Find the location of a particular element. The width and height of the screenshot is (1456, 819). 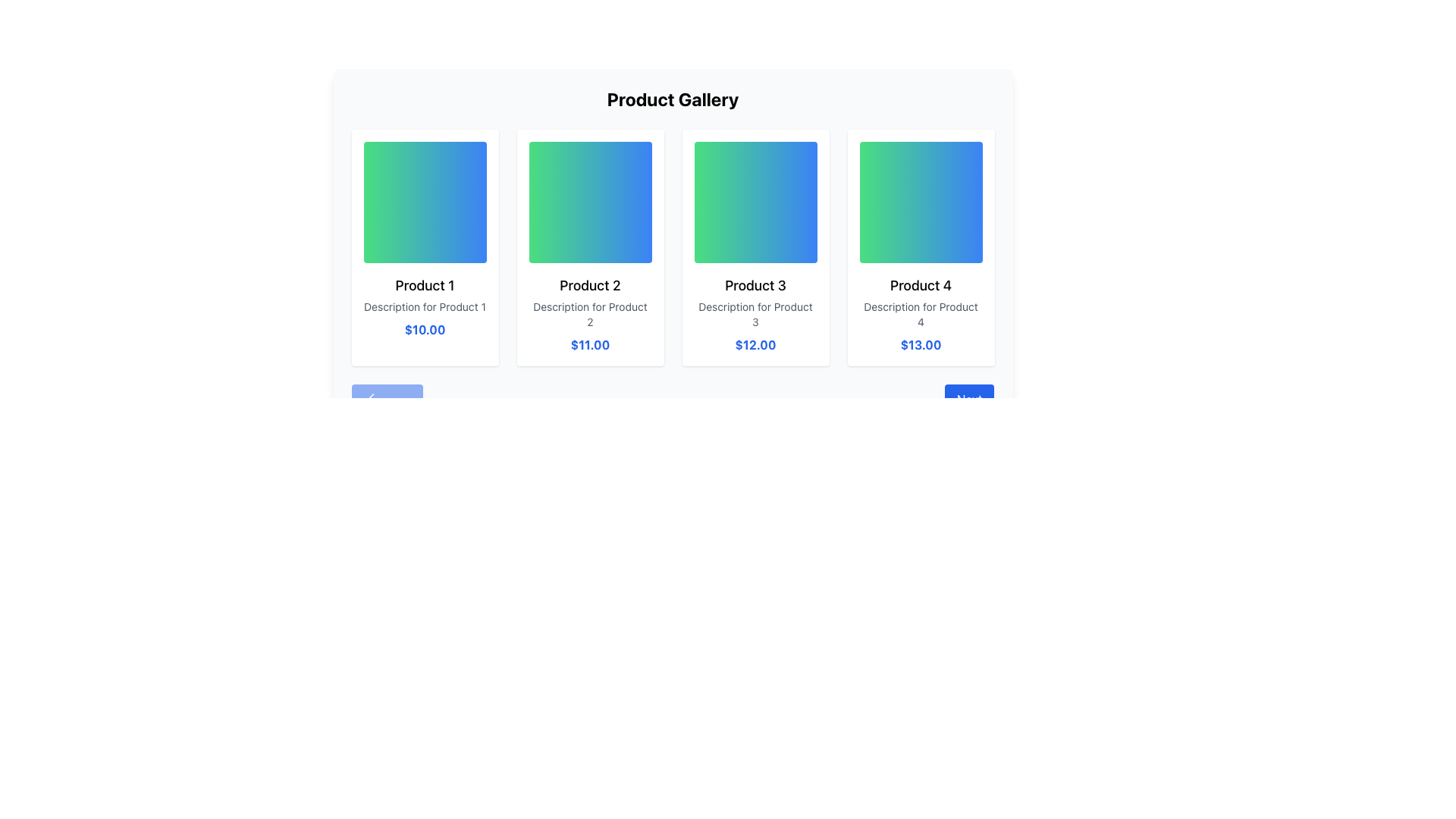

the third product card in the grid layout is located at coordinates (755, 247).